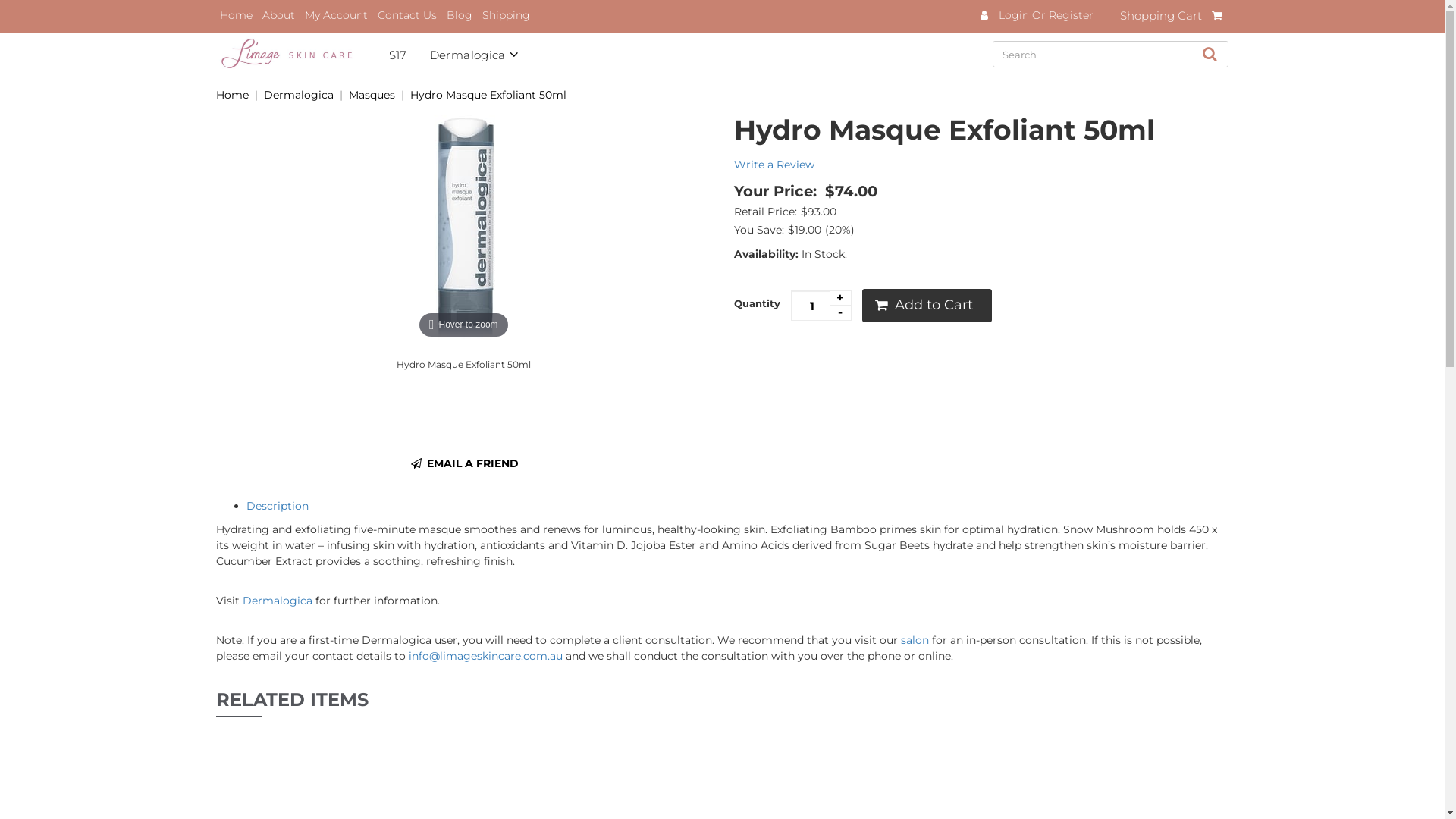 This screenshot has height=819, width=1456. Describe the element at coordinates (914, 640) in the screenshot. I see `'salon'` at that location.